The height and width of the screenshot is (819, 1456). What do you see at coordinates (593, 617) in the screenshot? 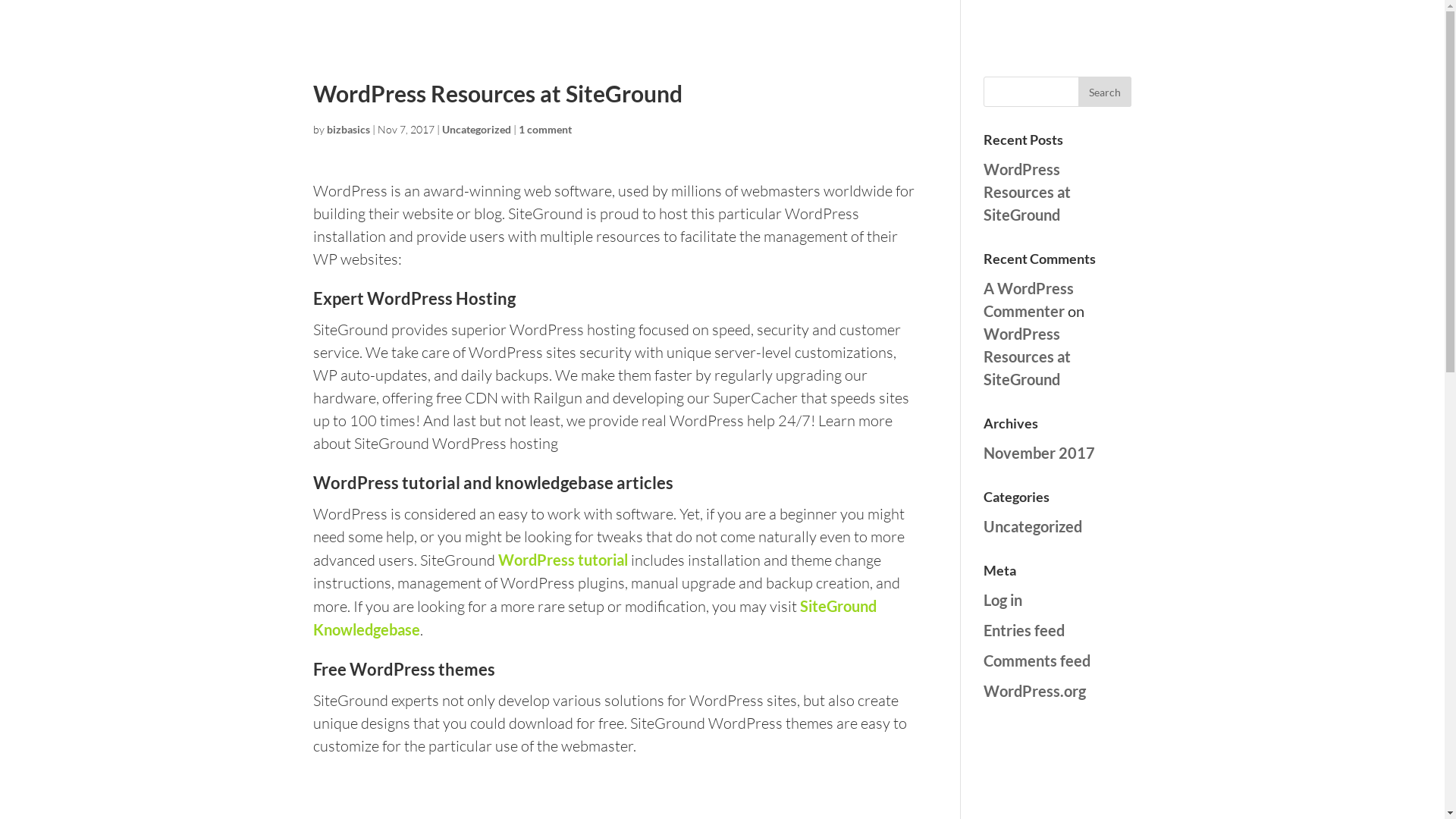
I see `'SiteGround Knowledgebase'` at bounding box center [593, 617].